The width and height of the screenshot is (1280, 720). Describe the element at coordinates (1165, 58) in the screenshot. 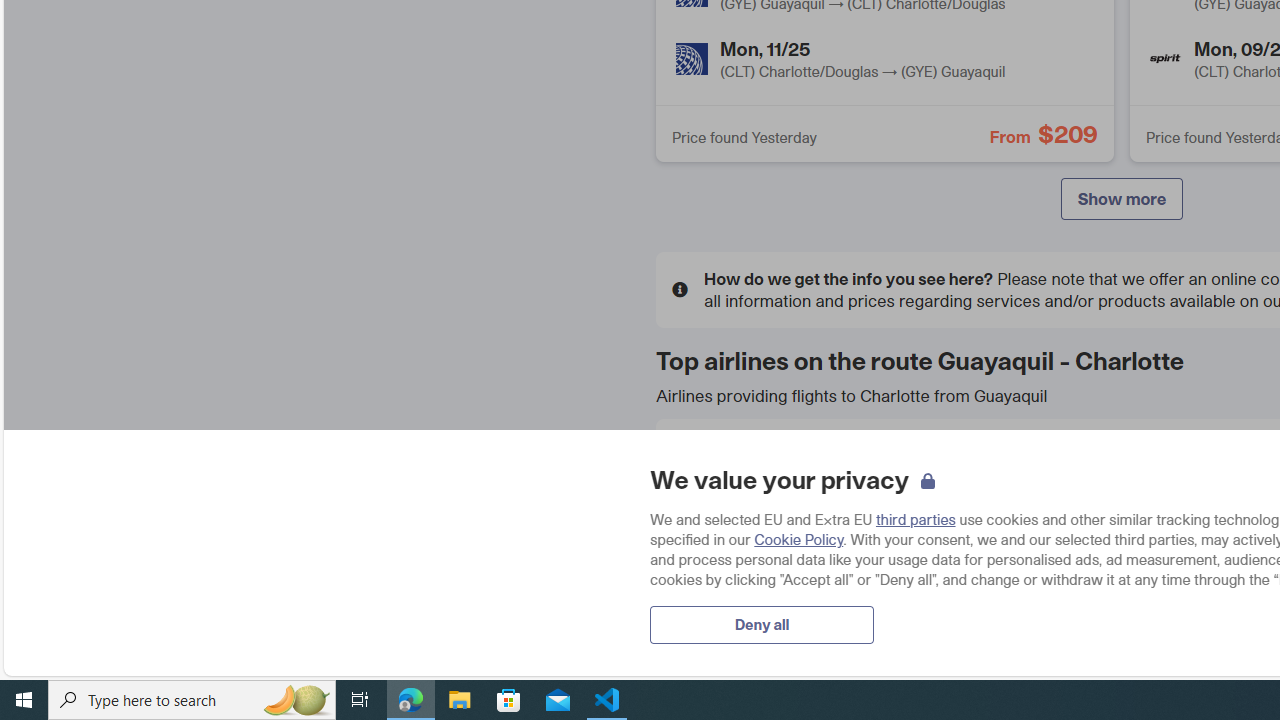

I see `'Spirit Airlines'` at that location.